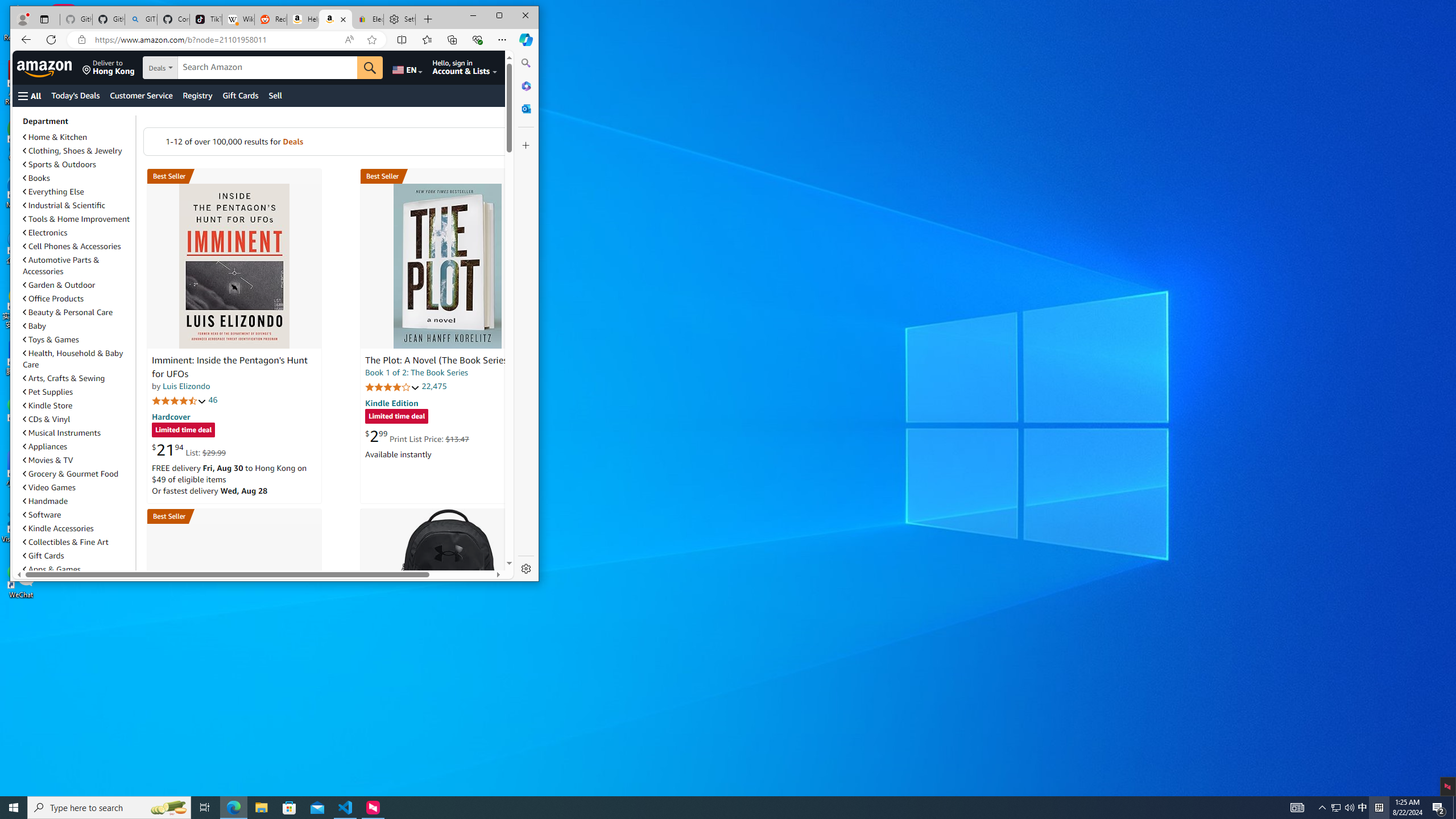 The image size is (1456, 819). Describe the element at coordinates (46, 419) in the screenshot. I see `'CDs & Vinyl'` at that location.